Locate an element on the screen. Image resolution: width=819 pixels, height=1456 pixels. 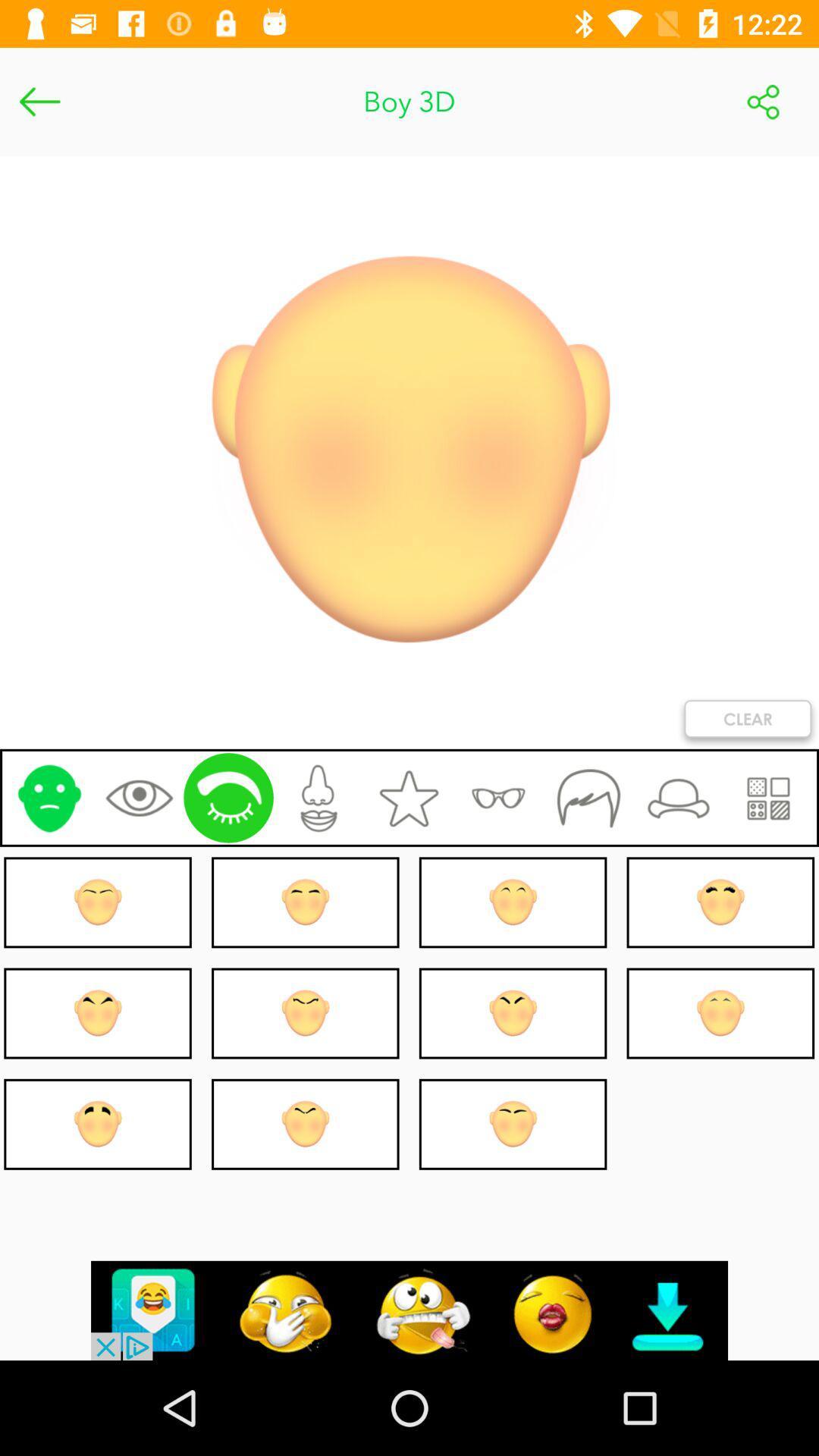
open advertisement is located at coordinates (409, 1310).